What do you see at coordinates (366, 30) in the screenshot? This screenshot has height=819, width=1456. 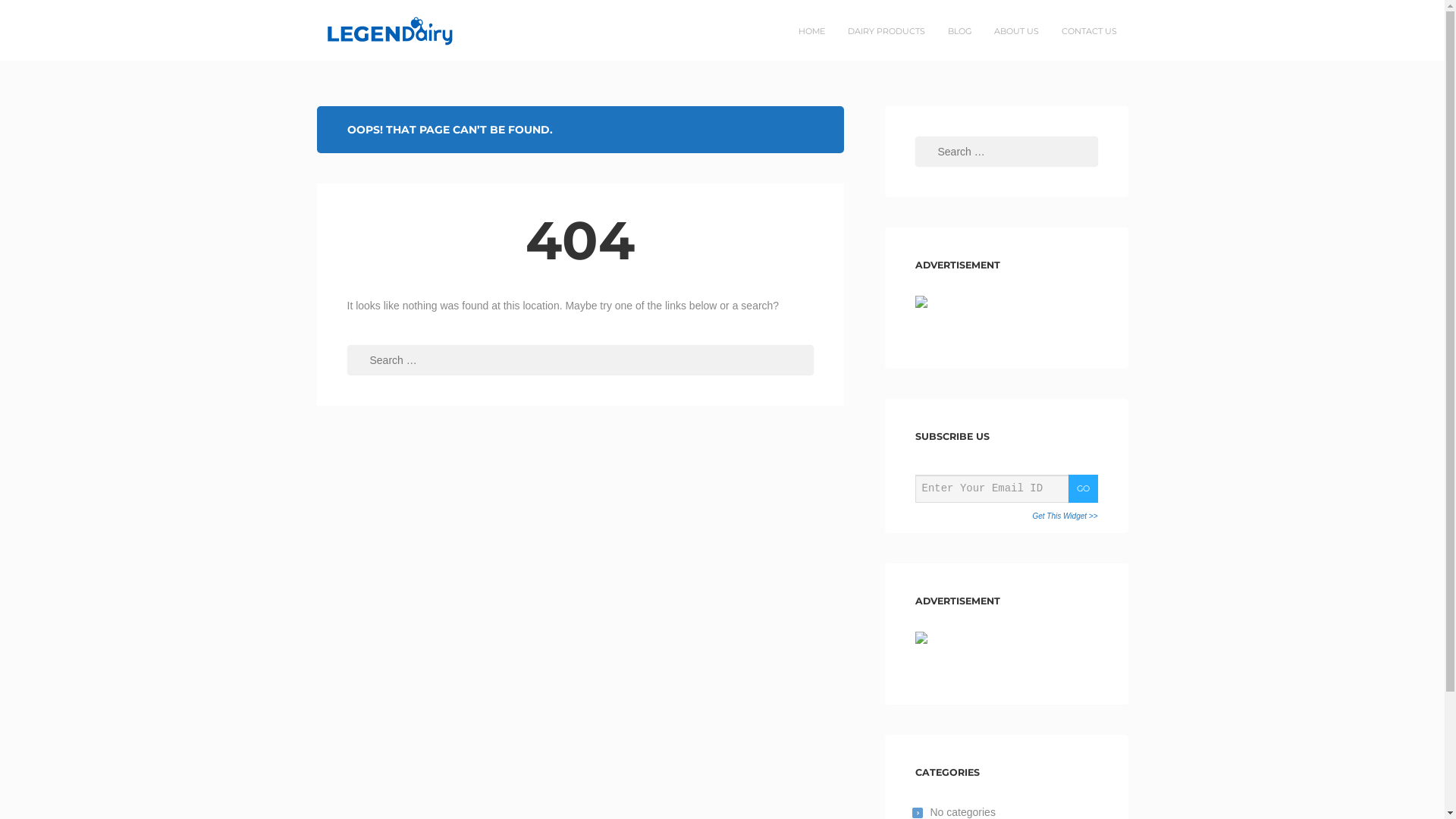 I see `'LEGEN DAIRY'` at bounding box center [366, 30].